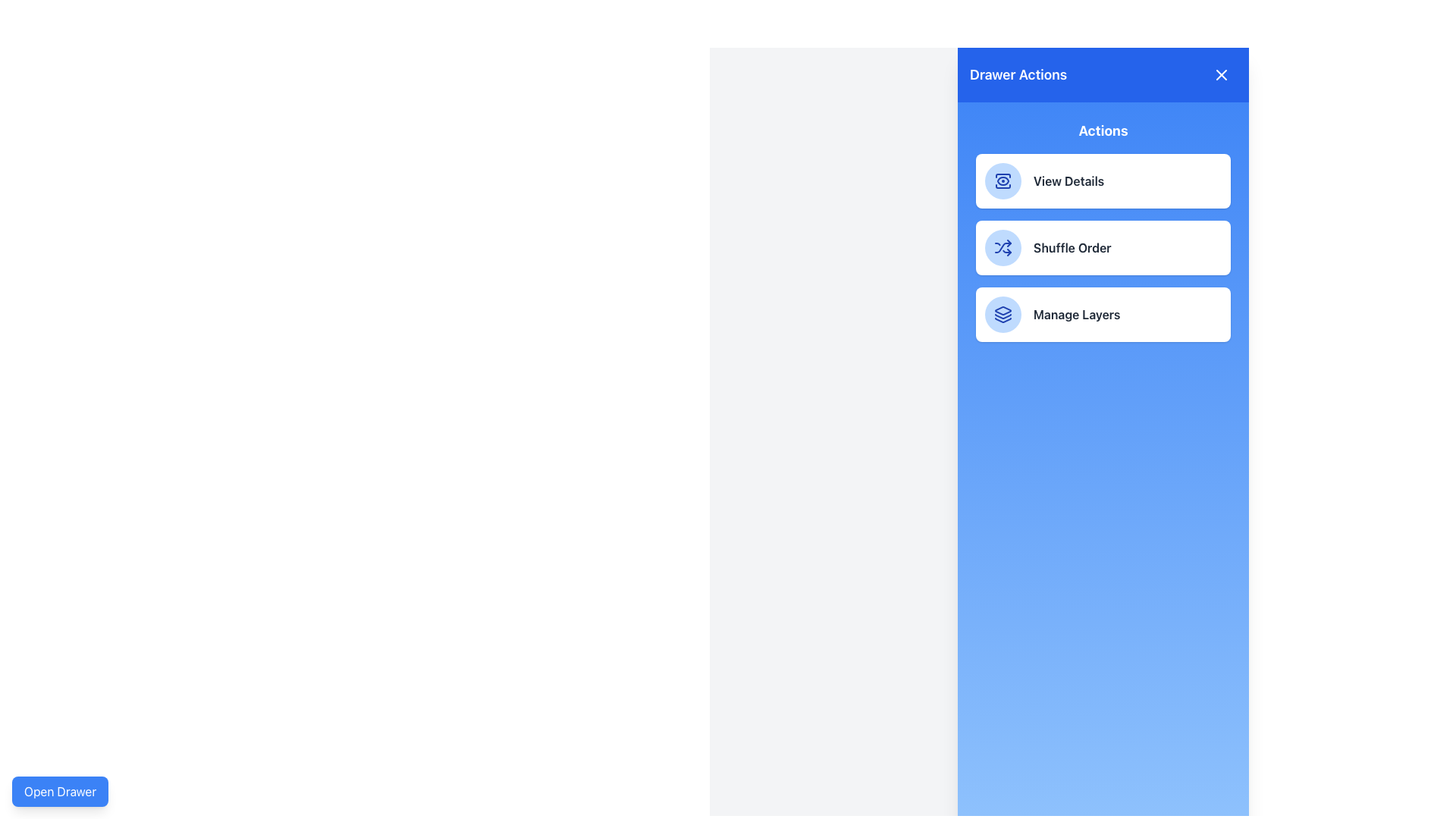 The width and height of the screenshot is (1456, 819). What do you see at coordinates (1068, 180) in the screenshot?
I see `the 'View Details' static text element, which is styled in bold and semi-dark font, located within the first button of three vertically aligned buttons in the drawer` at bounding box center [1068, 180].